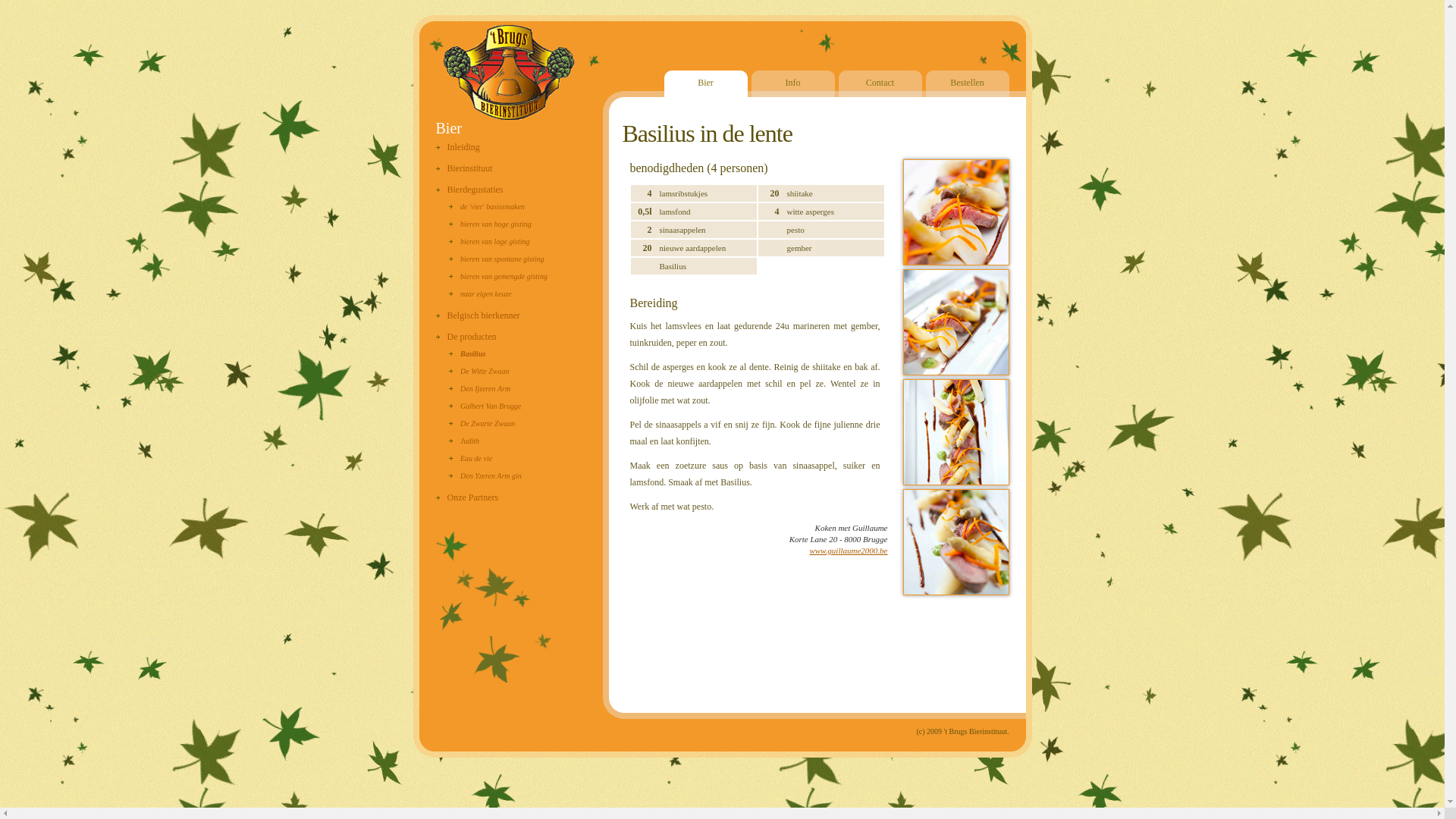 This screenshot has height=819, width=1456. What do you see at coordinates (463, 168) in the screenshot?
I see `'Bierinstituut'` at bounding box center [463, 168].